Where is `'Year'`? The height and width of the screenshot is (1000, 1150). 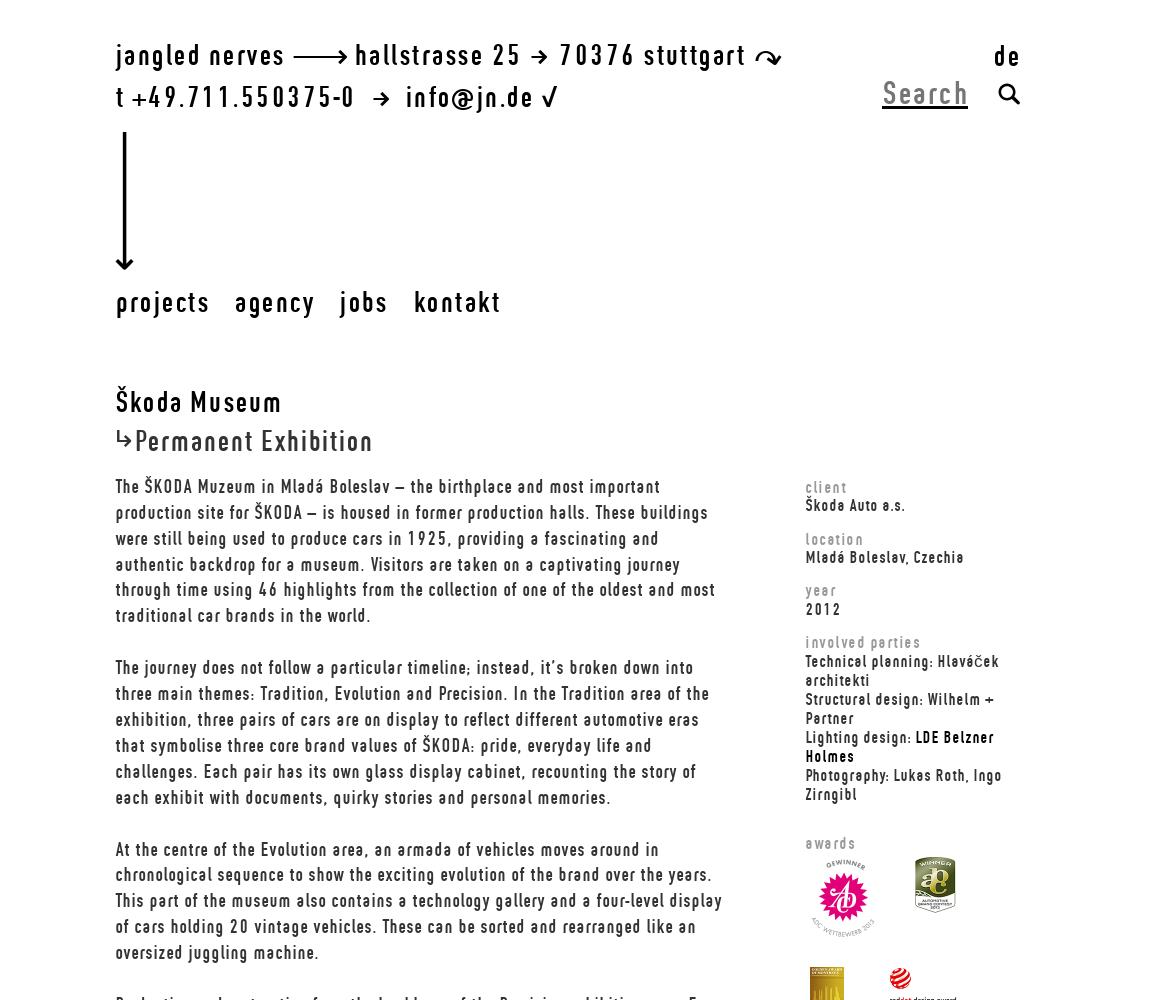 'Year' is located at coordinates (819, 589).